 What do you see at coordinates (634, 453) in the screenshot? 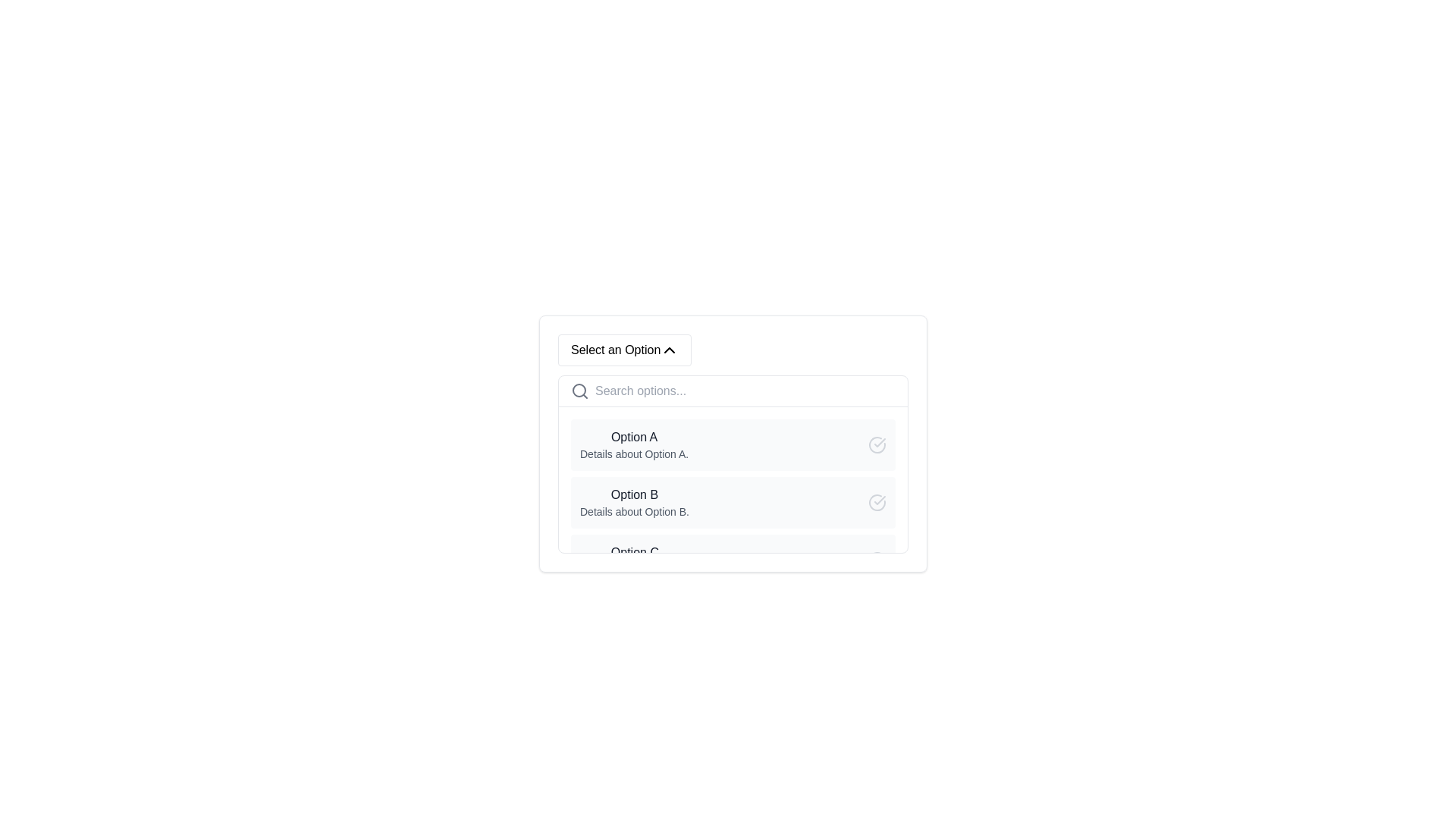
I see `the text label that reads 'Details about Option A.' located below the bold text 'Option A.' in the dropdown menu` at bounding box center [634, 453].